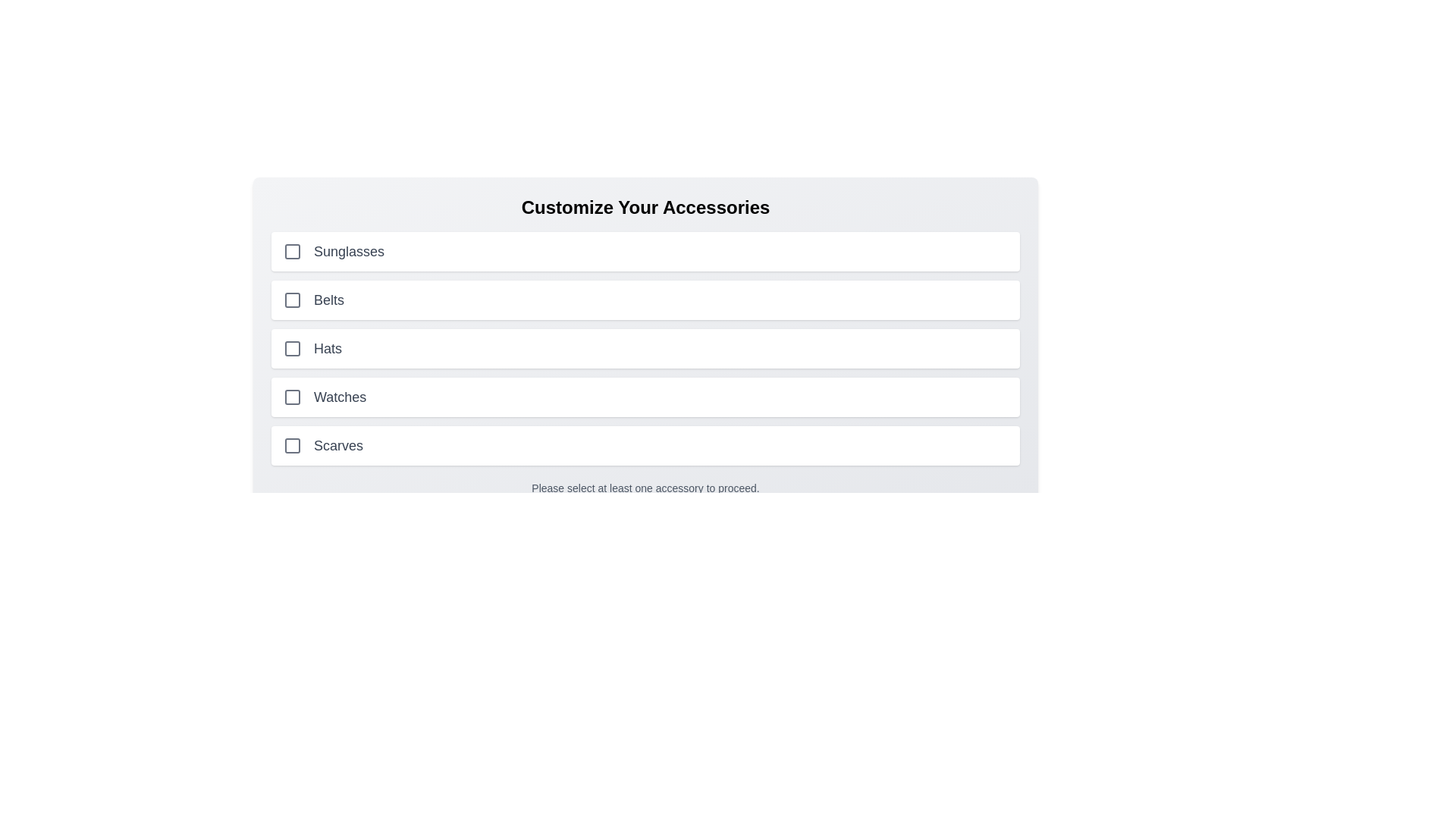  What do you see at coordinates (292, 444) in the screenshot?
I see `the checkbox with rounded corners located in the fifth row of options labeled 'Scarves'` at bounding box center [292, 444].